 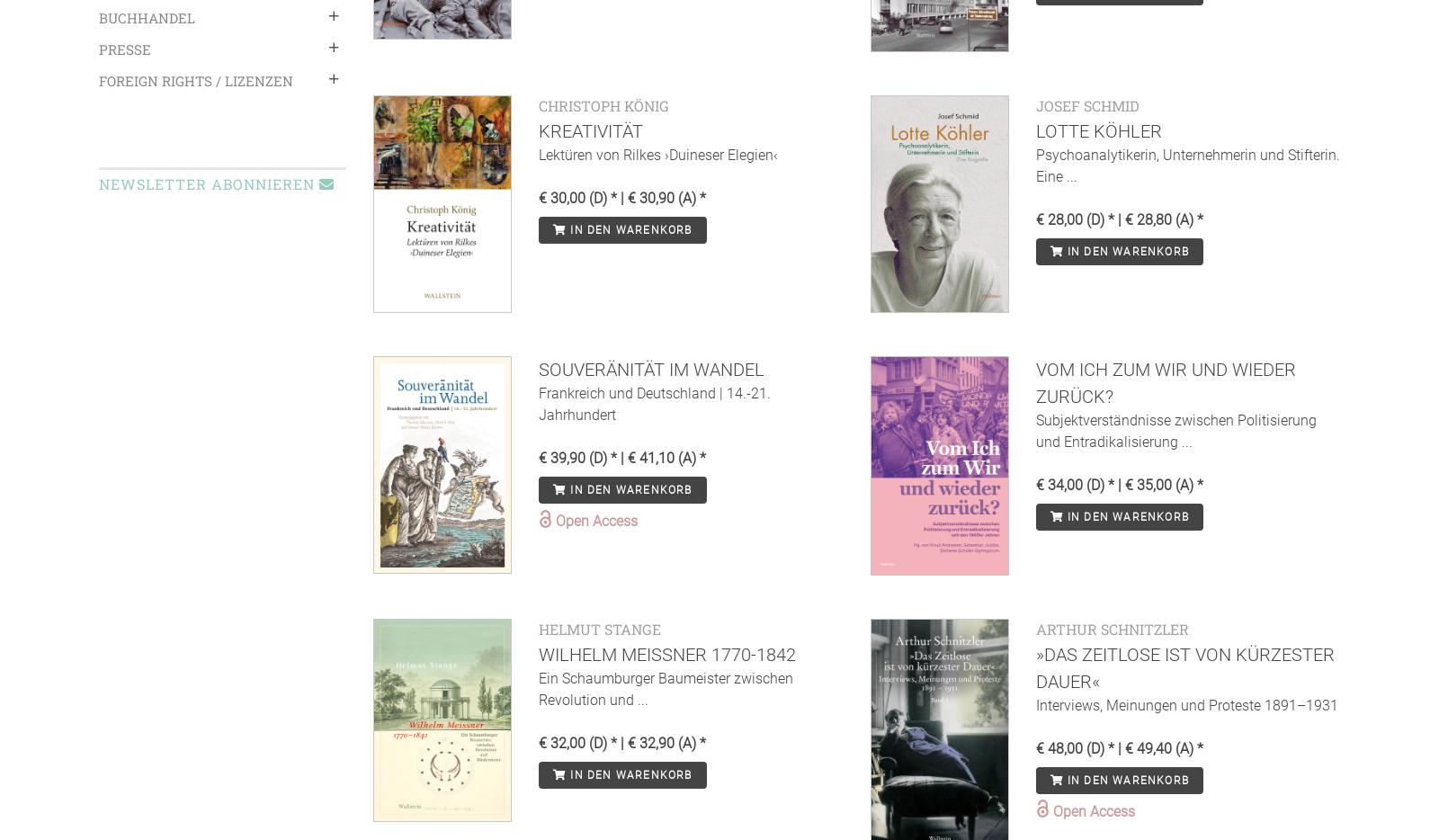 I want to click on 'Ein Schaumburger Baumeister zwischen Revolution und ...', so click(x=666, y=687).